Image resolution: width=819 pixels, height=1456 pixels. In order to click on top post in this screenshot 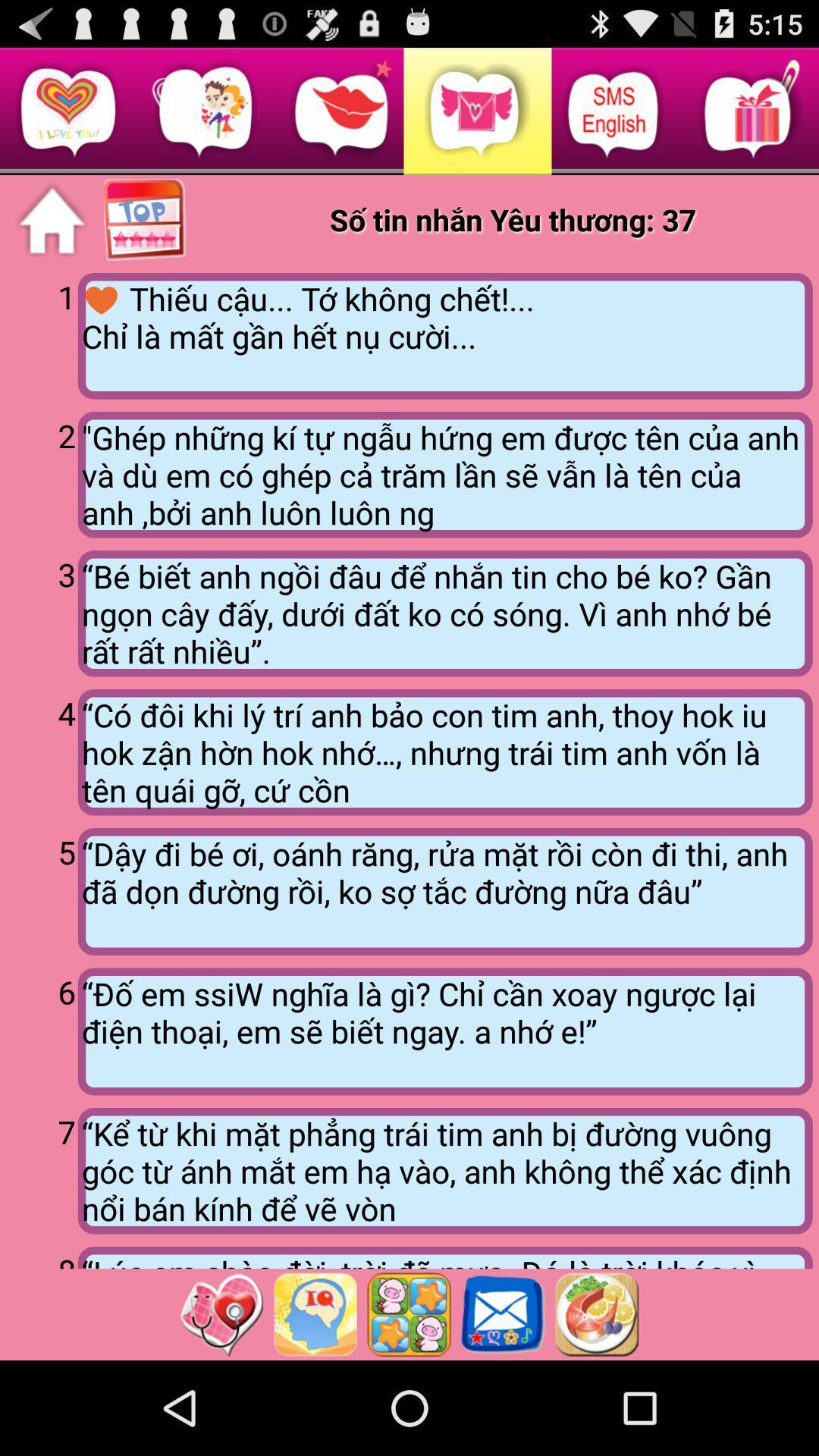, I will do `click(146, 220)`.